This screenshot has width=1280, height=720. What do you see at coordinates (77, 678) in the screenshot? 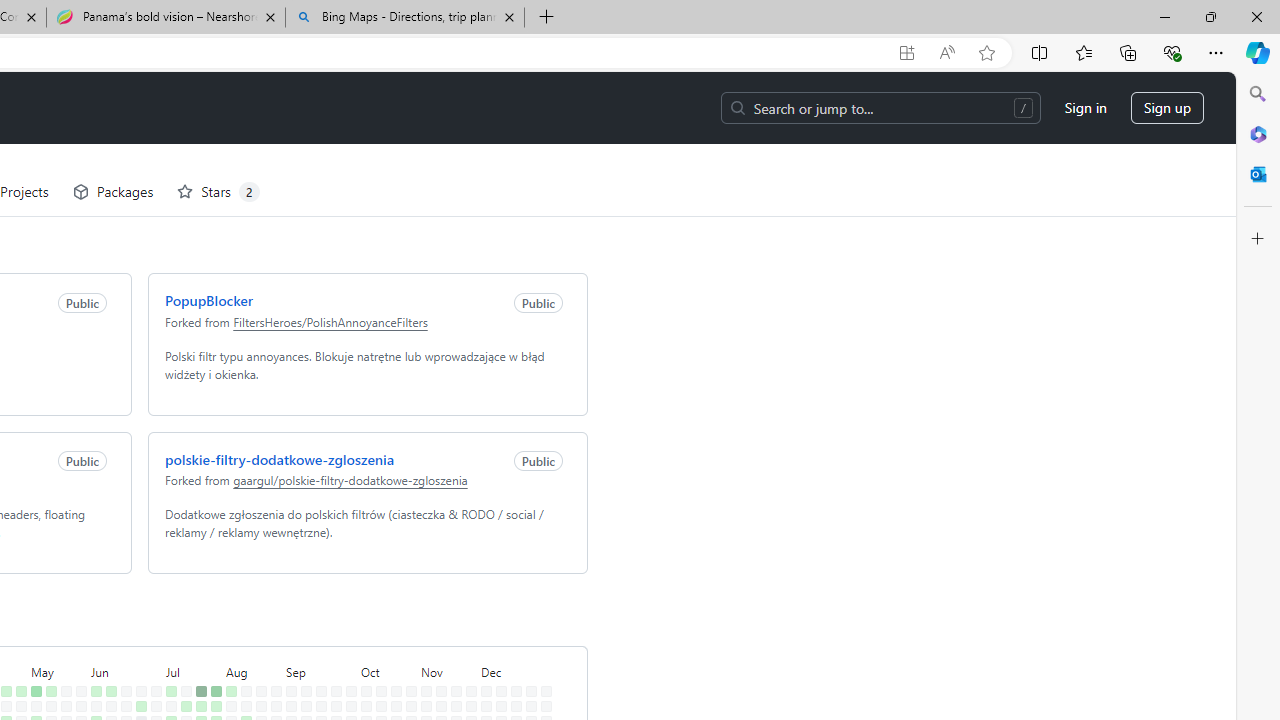
I see `'2 contributions on May 30th.'` at bounding box center [77, 678].